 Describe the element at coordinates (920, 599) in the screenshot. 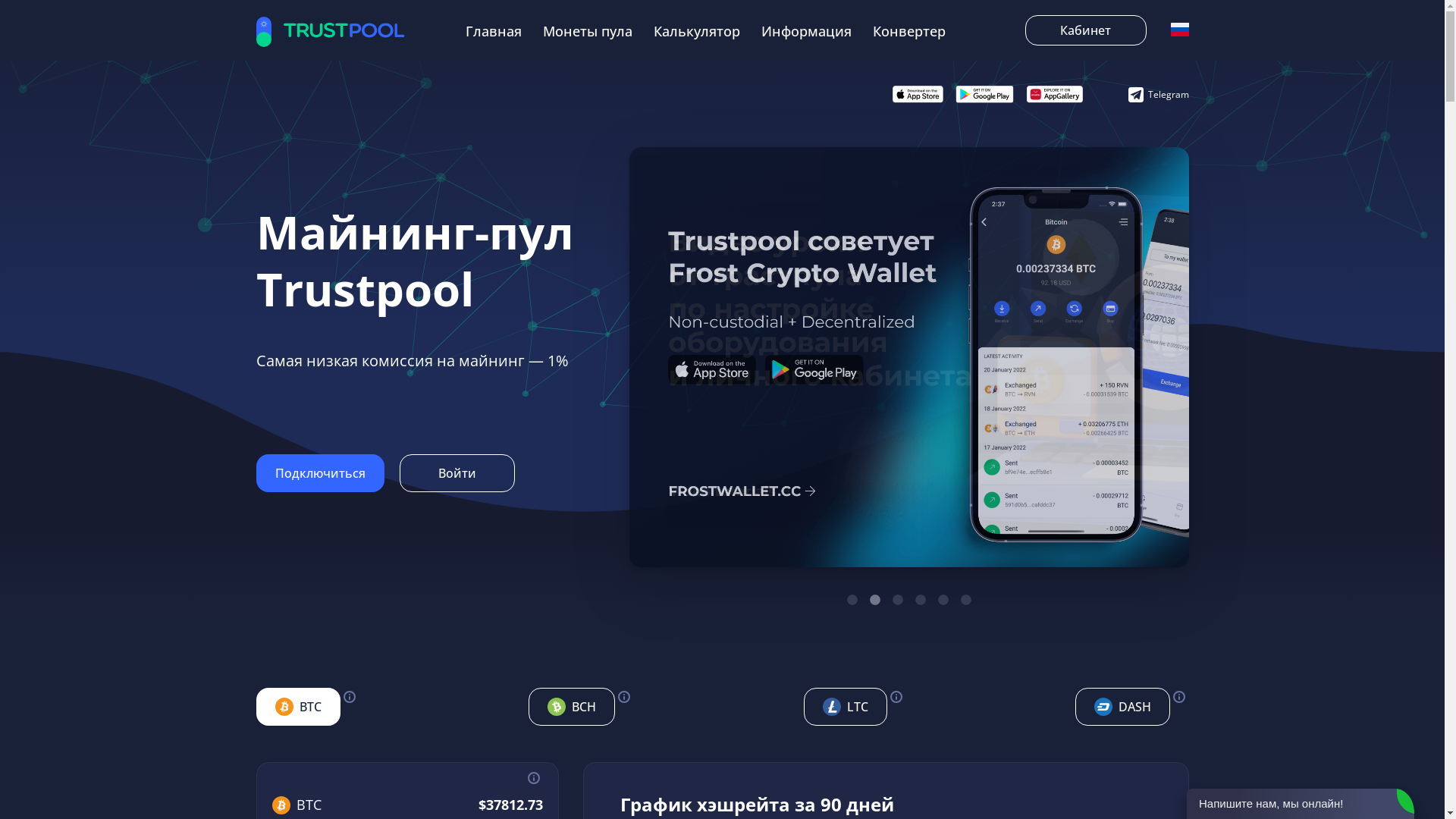

I see `'4'` at that location.